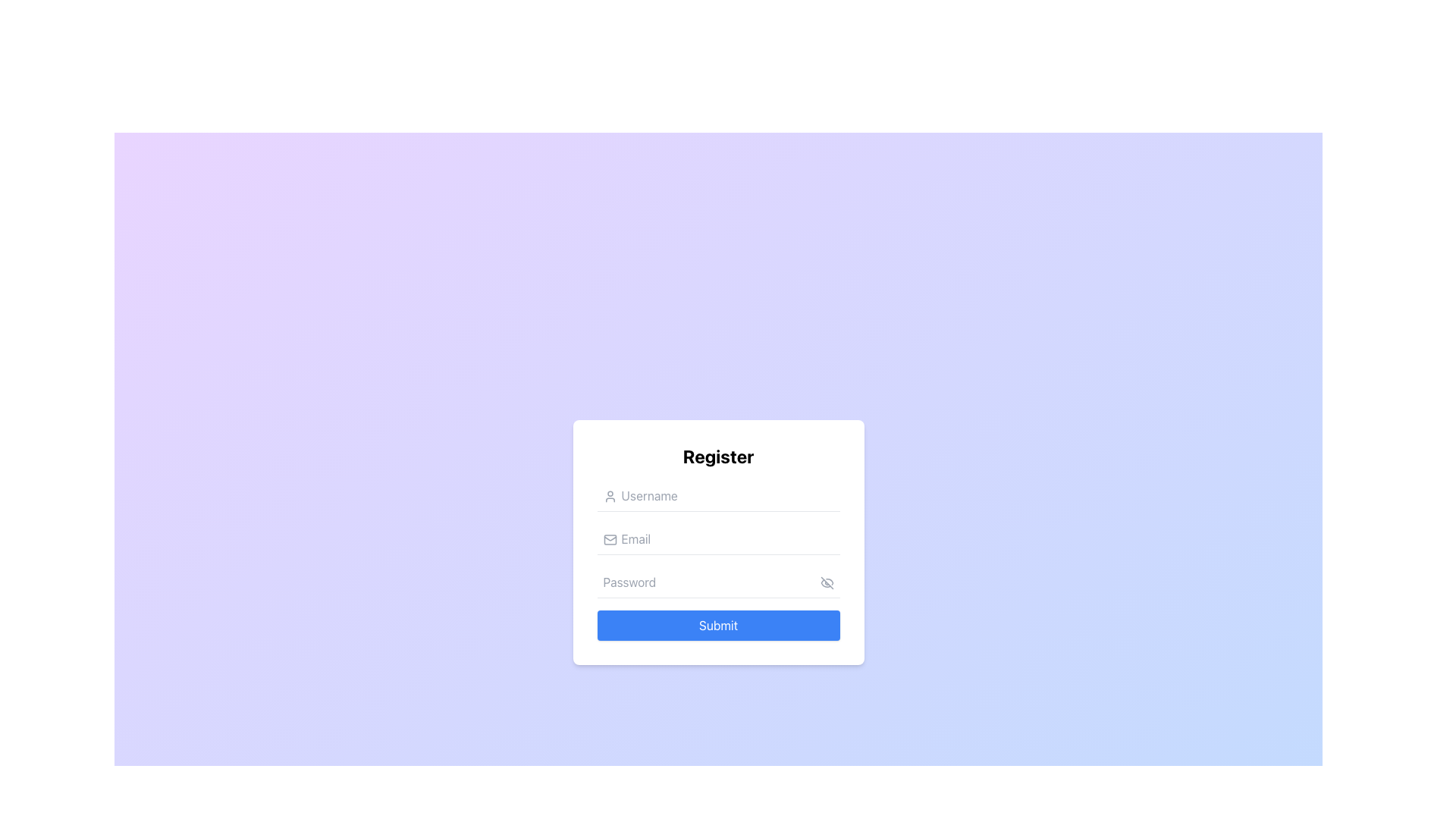 This screenshot has height=819, width=1456. Describe the element at coordinates (717, 581) in the screenshot. I see `the password input field located within the registration form, characterized by a placeholder saying 'Password', to type in a password` at that location.